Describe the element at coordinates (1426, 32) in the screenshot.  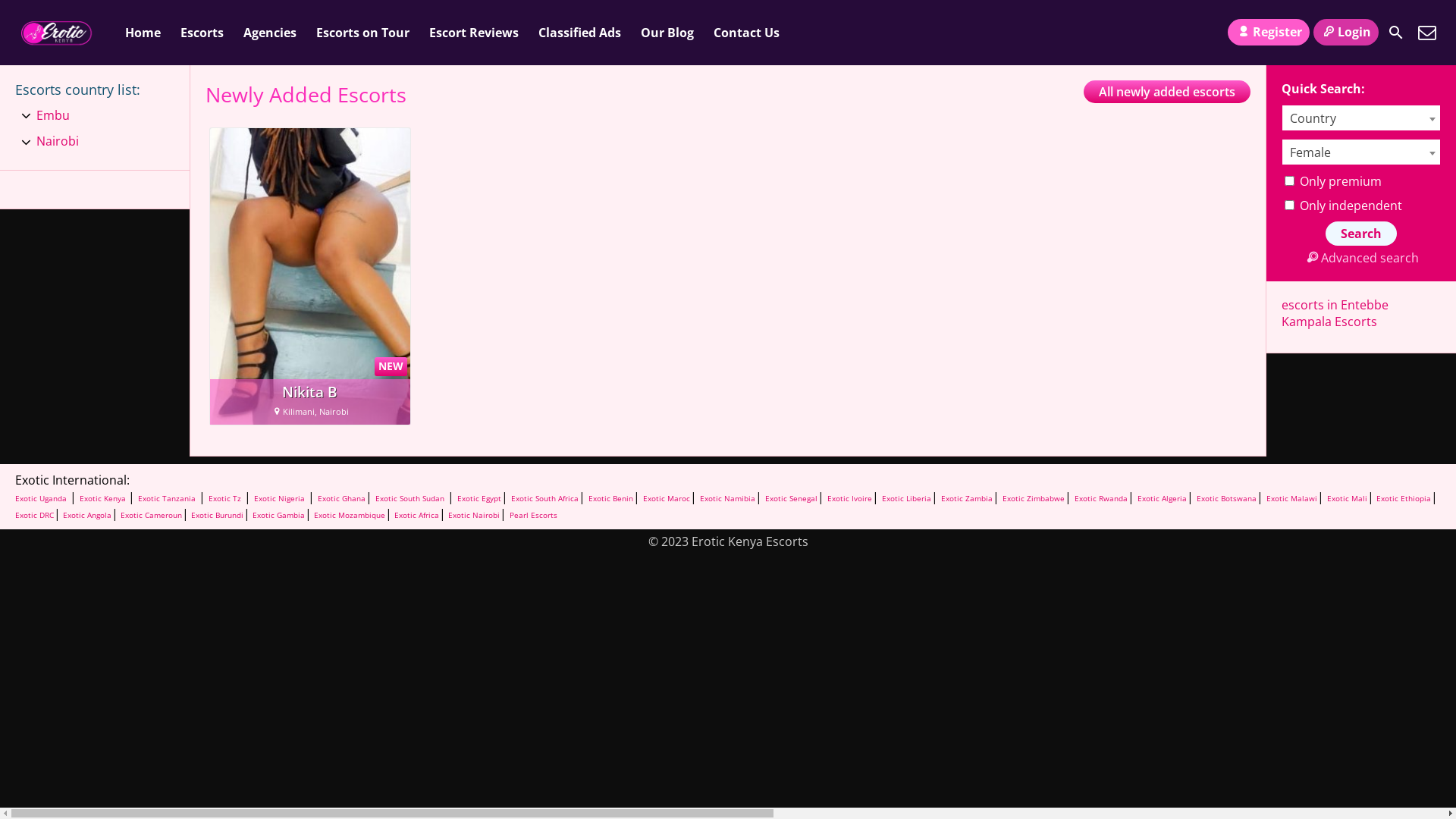
I see `'Contact Us'` at that location.